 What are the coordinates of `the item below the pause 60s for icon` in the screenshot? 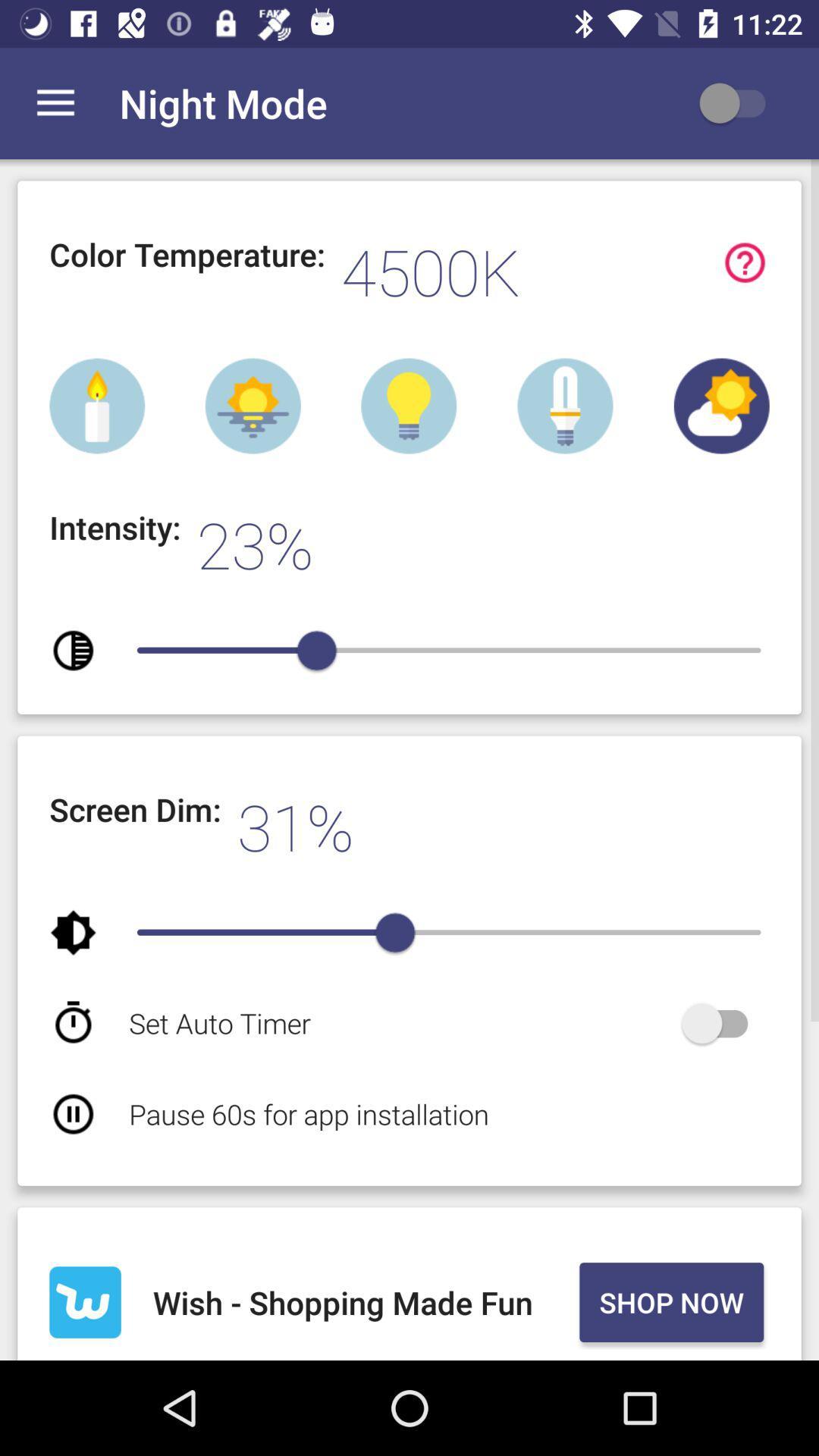 It's located at (363, 1301).